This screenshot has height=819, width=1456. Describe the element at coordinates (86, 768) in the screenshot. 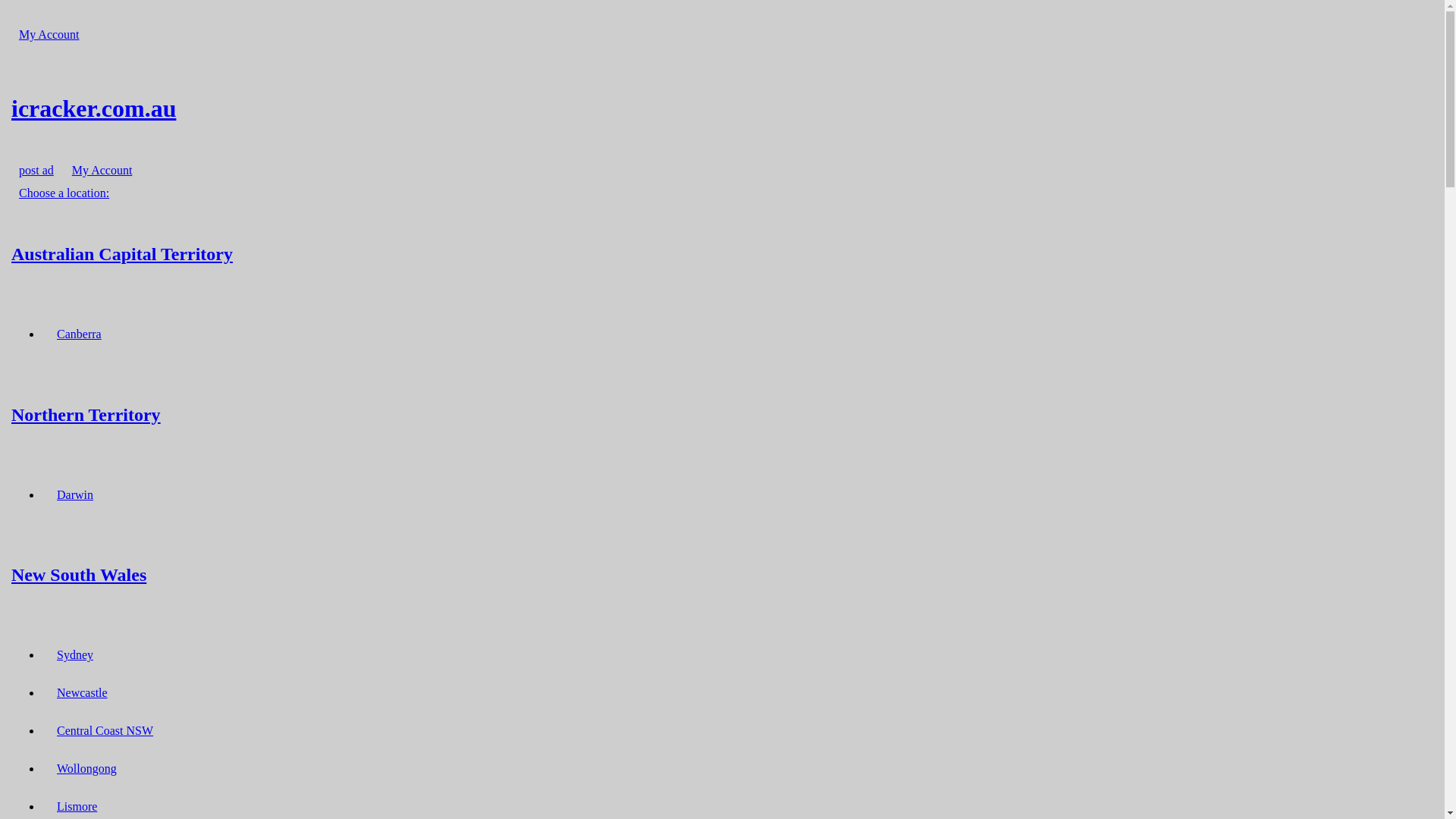

I see `'Wollongong'` at that location.